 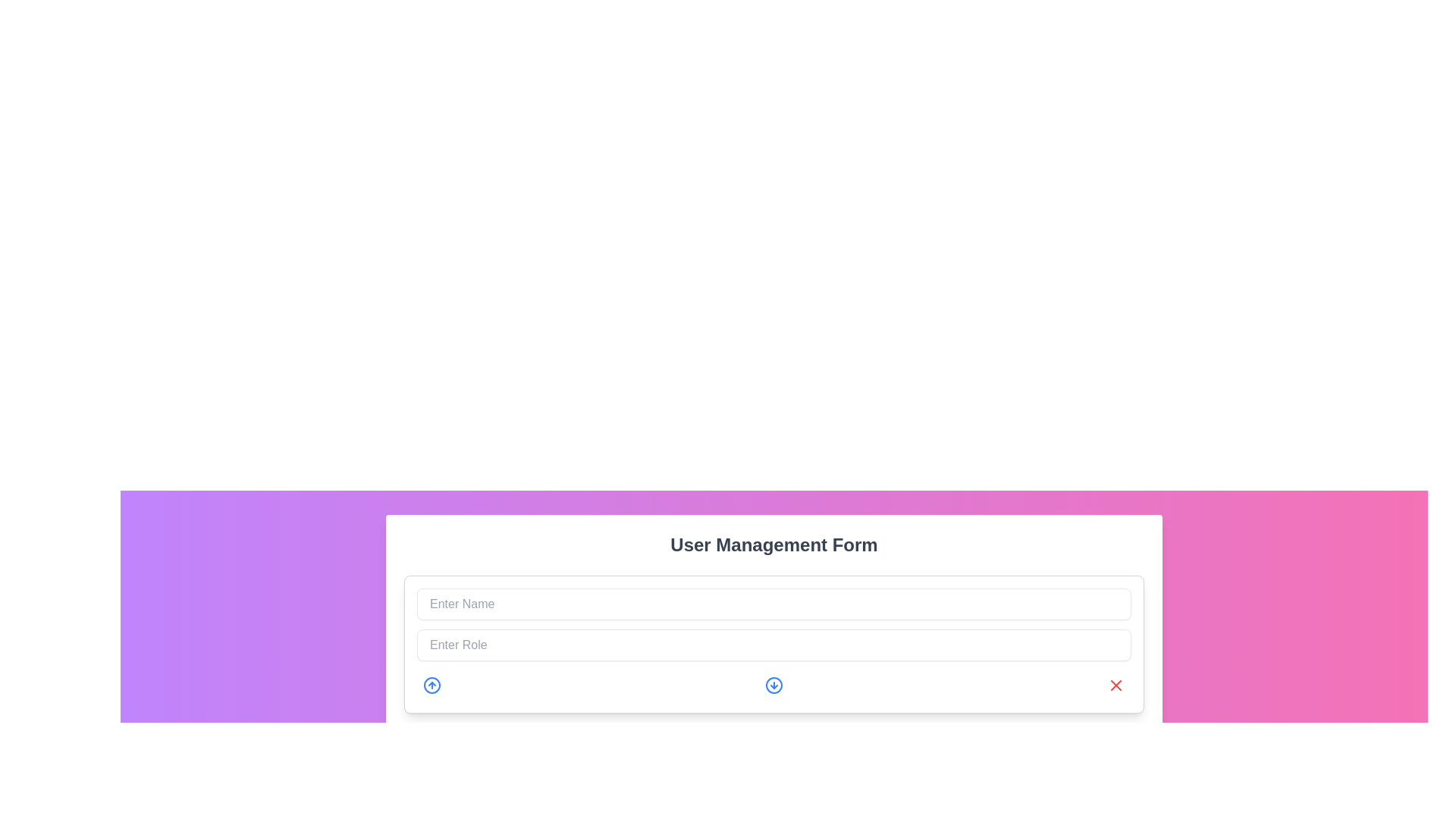 What do you see at coordinates (774, 685) in the screenshot?
I see `the button` at bounding box center [774, 685].